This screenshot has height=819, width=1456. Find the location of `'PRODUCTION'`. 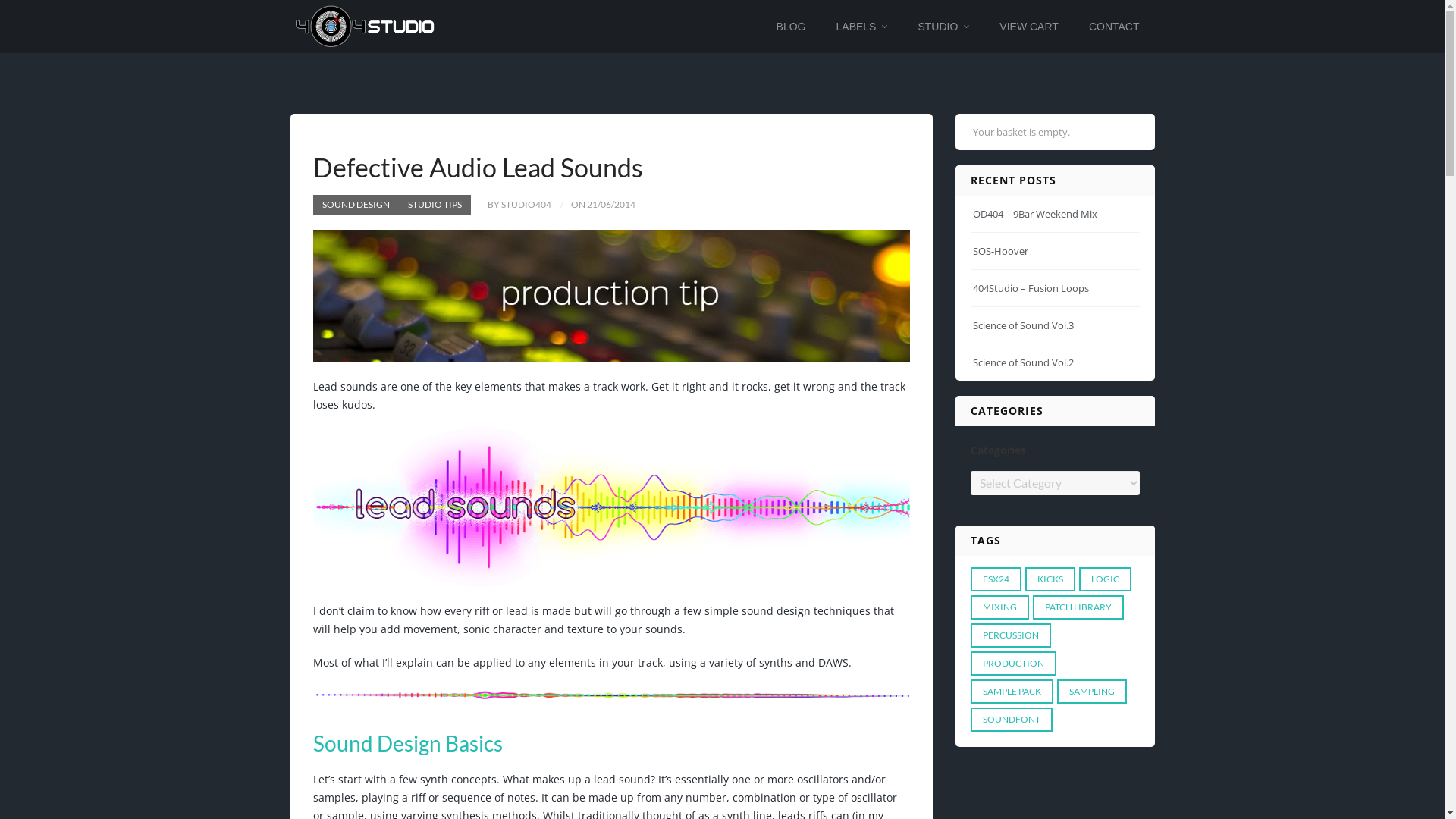

'PRODUCTION' is located at coordinates (1013, 663).